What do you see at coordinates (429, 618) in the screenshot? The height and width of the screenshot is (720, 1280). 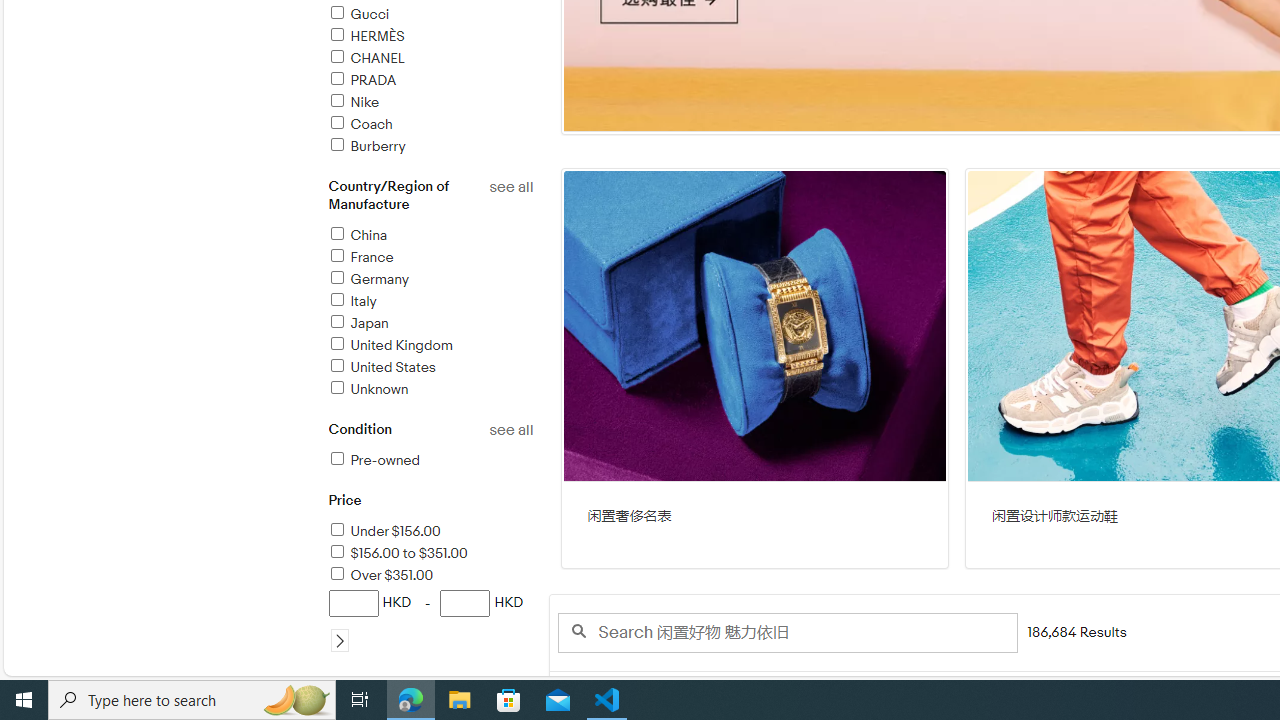 I see `'HKD-HKD'` at bounding box center [429, 618].